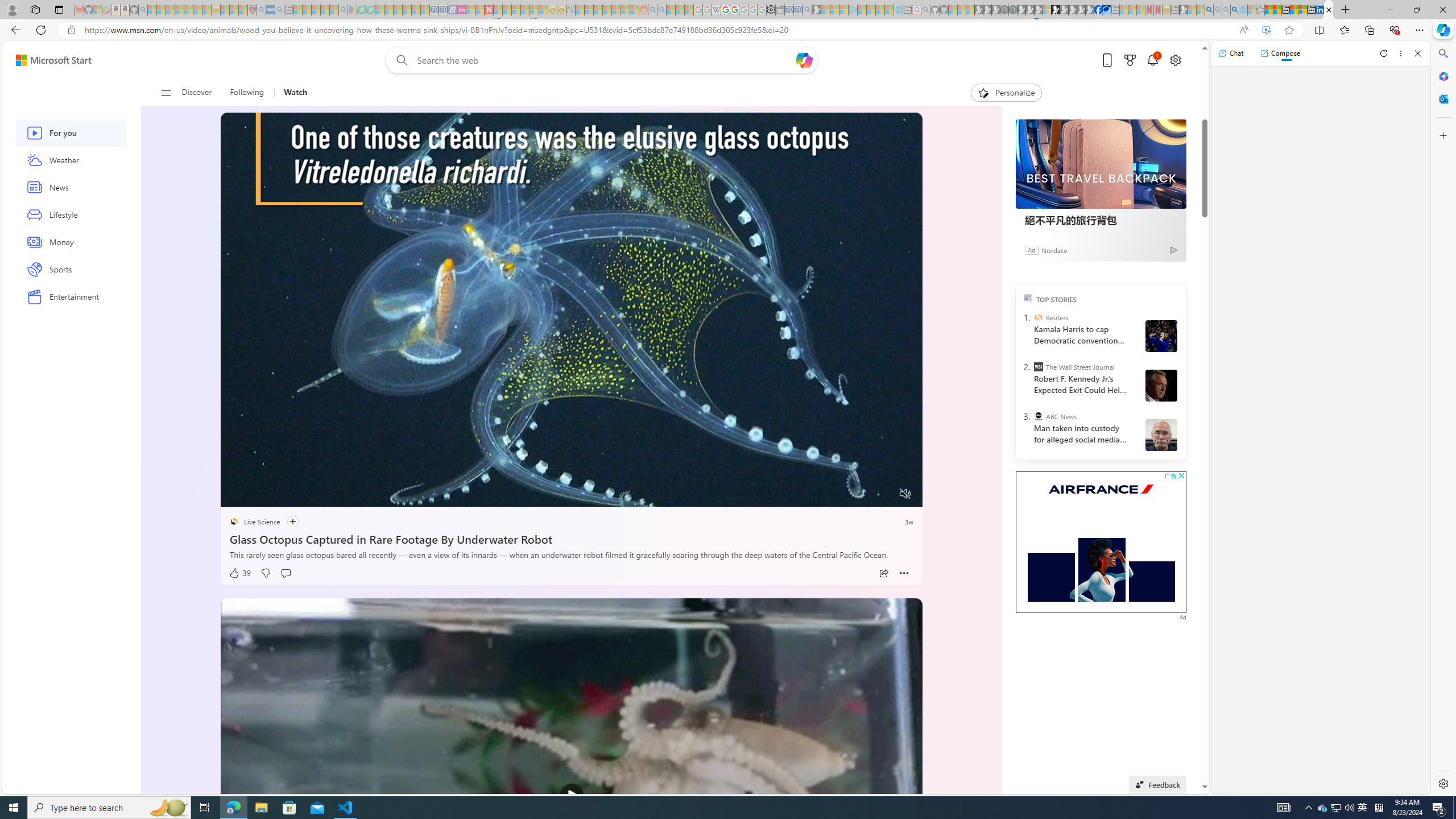 This screenshot has height=819, width=1456. Describe the element at coordinates (1183, 9) in the screenshot. I see `'MSN - Sleeping'` at that location.